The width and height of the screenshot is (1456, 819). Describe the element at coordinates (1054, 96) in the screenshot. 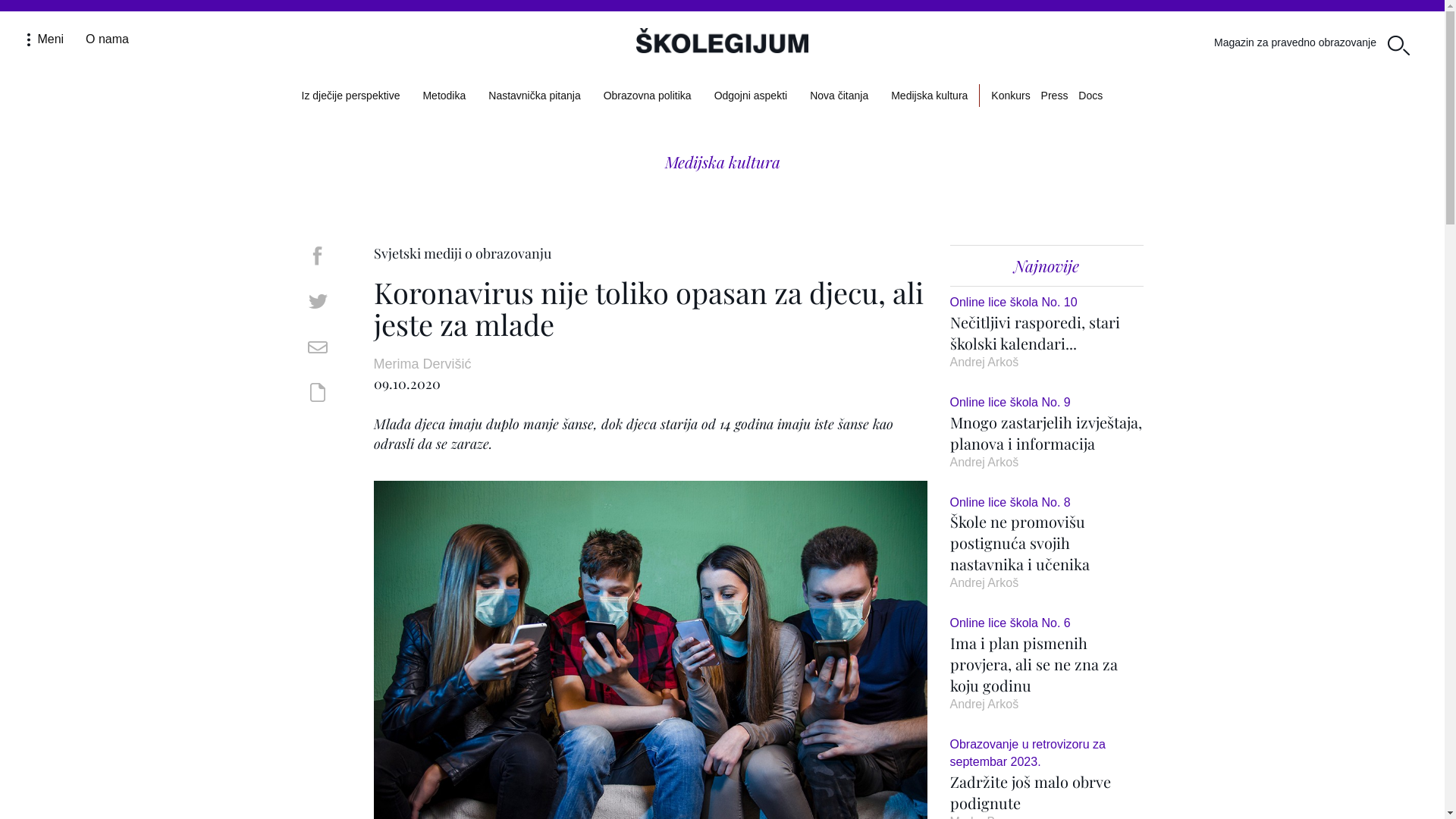

I see `'Press'` at that location.